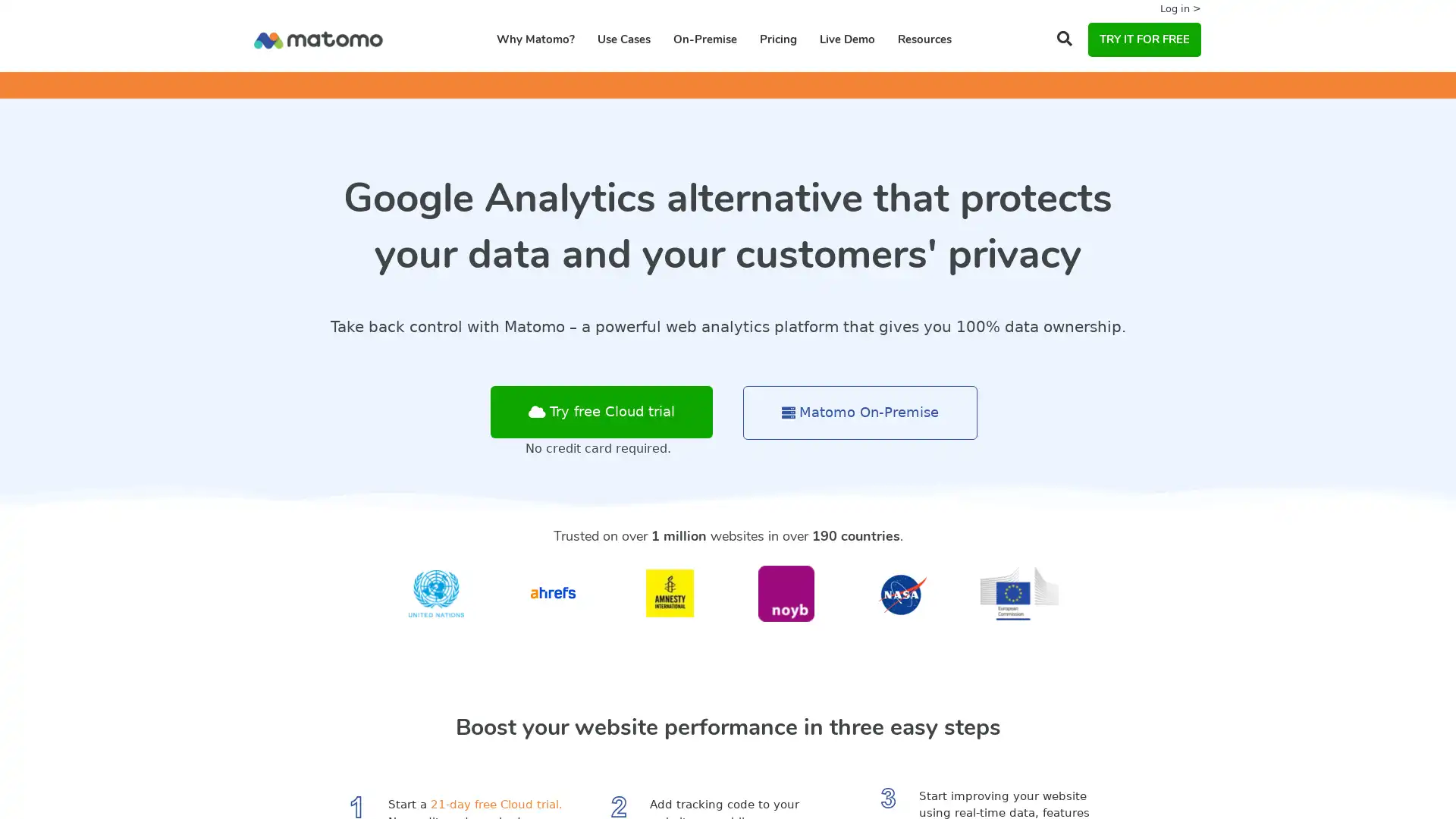  Describe the element at coordinates (601, 412) in the screenshot. I see `Try free Cloud trial` at that location.